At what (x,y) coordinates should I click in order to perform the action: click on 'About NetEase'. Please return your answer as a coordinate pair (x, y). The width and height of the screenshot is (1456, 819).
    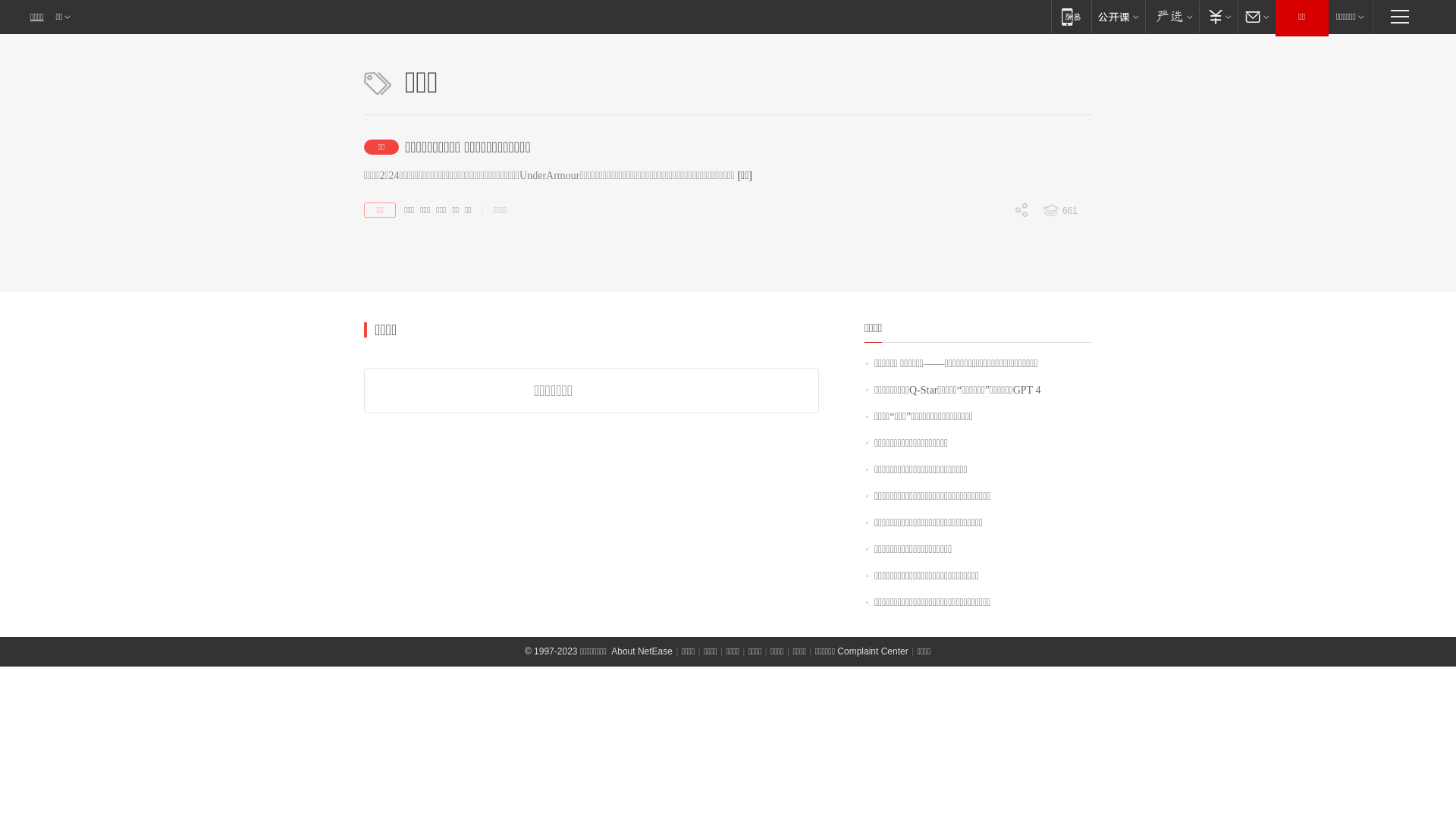
    Looking at the image, I should click on (642, 651).